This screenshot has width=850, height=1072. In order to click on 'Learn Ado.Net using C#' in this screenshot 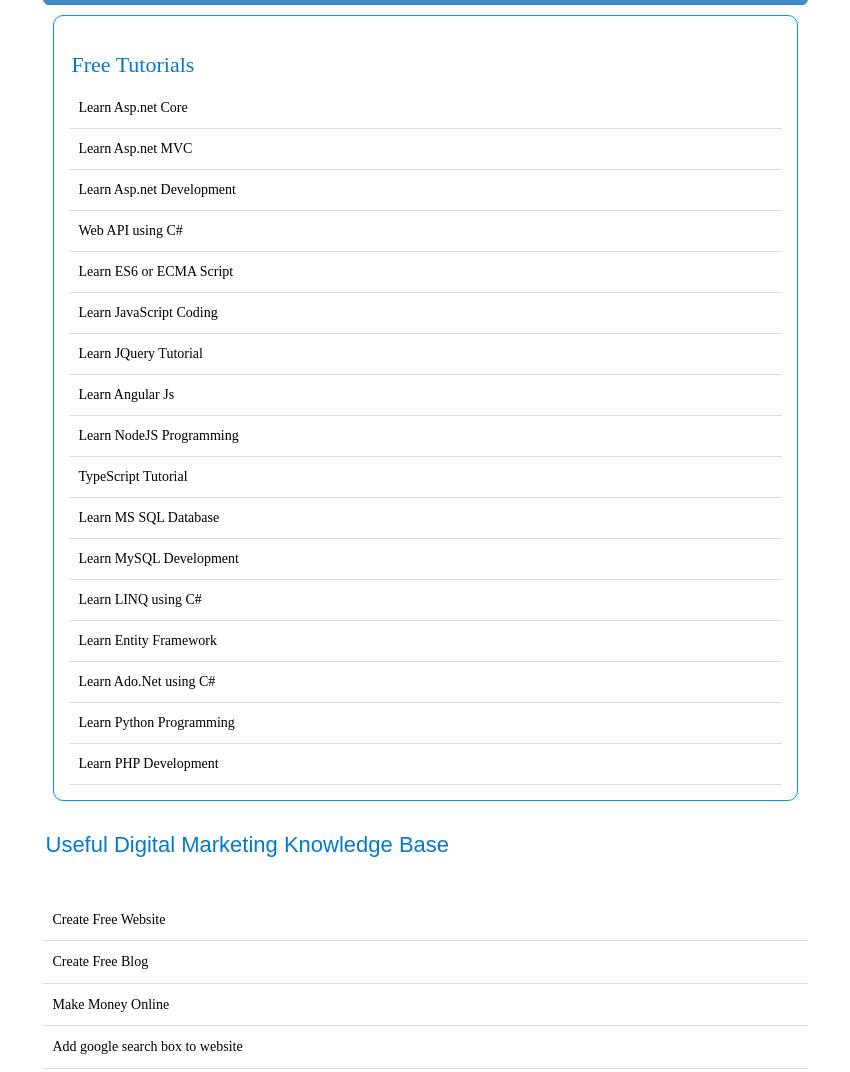, I will do `click(146, 680)`.